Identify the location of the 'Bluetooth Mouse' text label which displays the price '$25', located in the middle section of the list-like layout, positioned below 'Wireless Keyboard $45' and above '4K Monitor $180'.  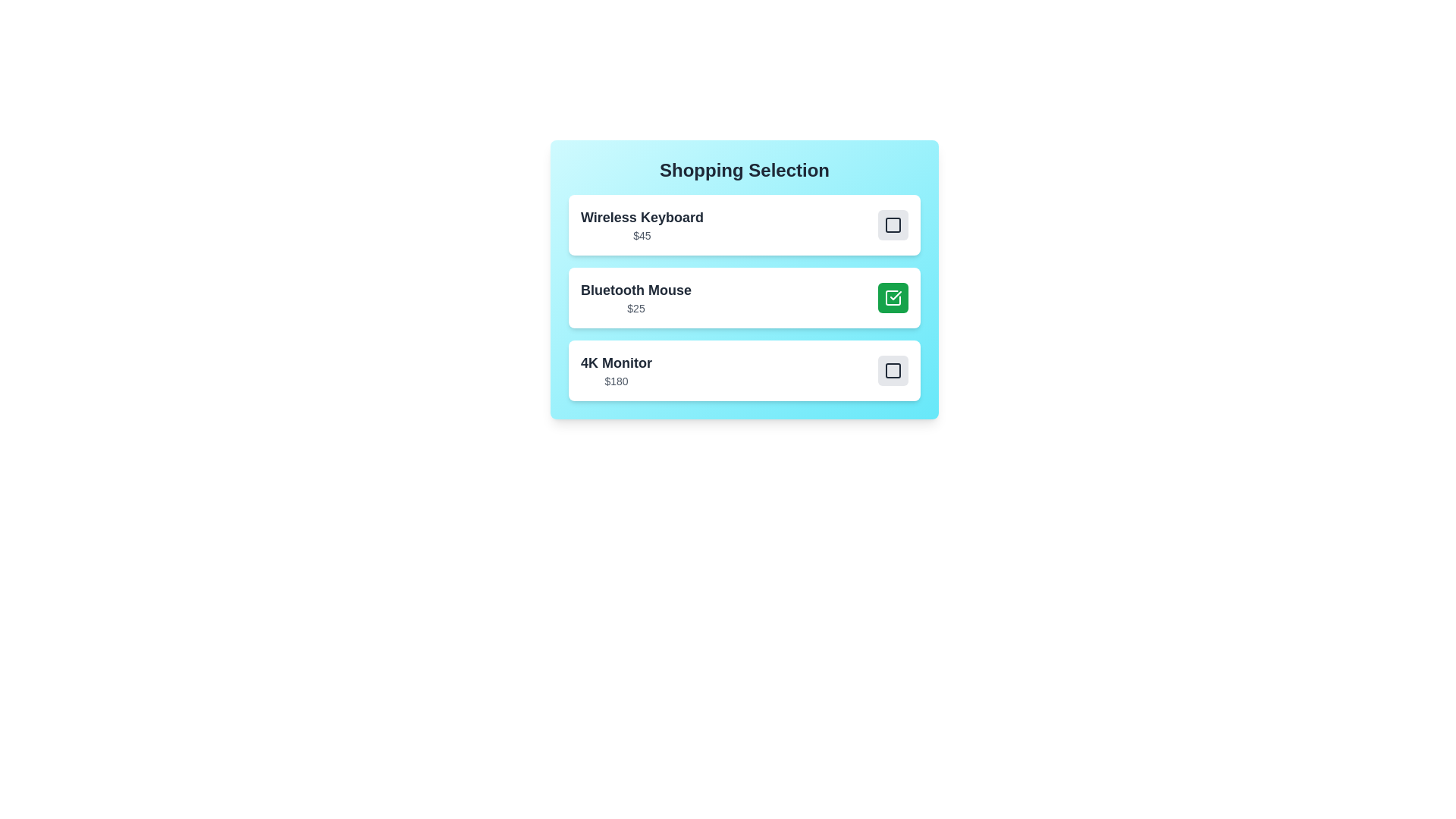
(636, 298).